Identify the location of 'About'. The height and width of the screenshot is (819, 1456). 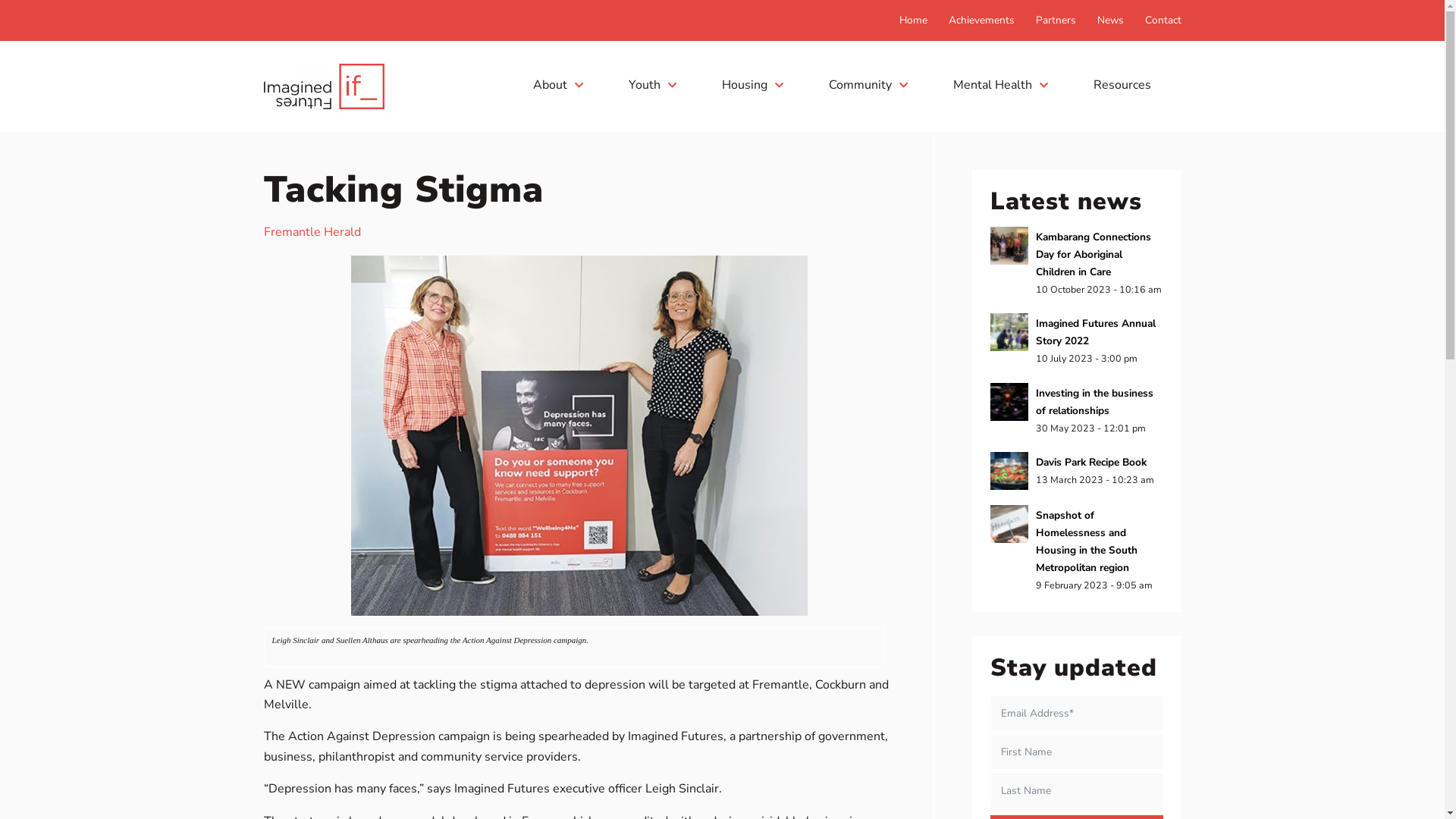
(556, 84).